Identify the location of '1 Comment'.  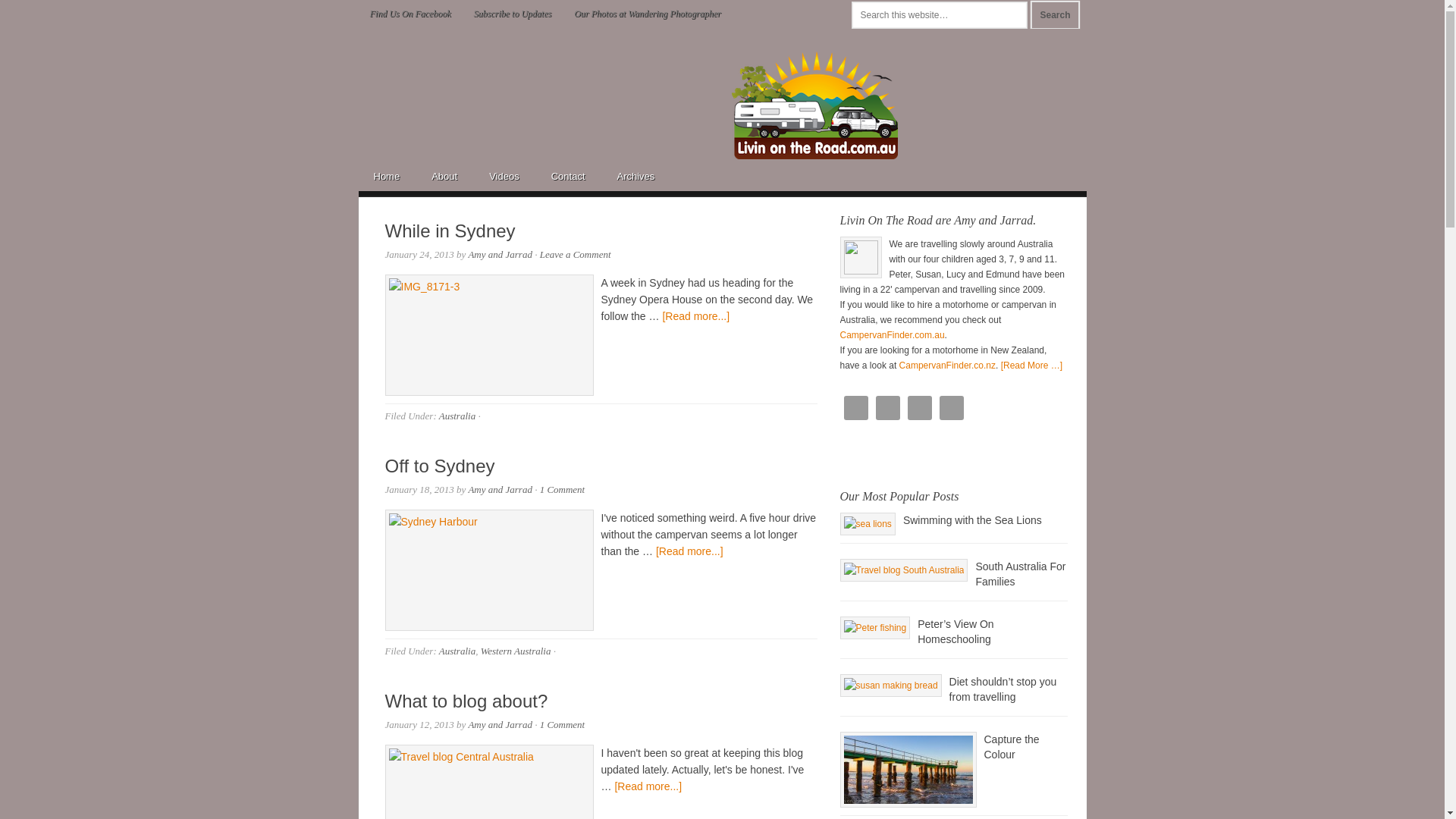
(562, 489).